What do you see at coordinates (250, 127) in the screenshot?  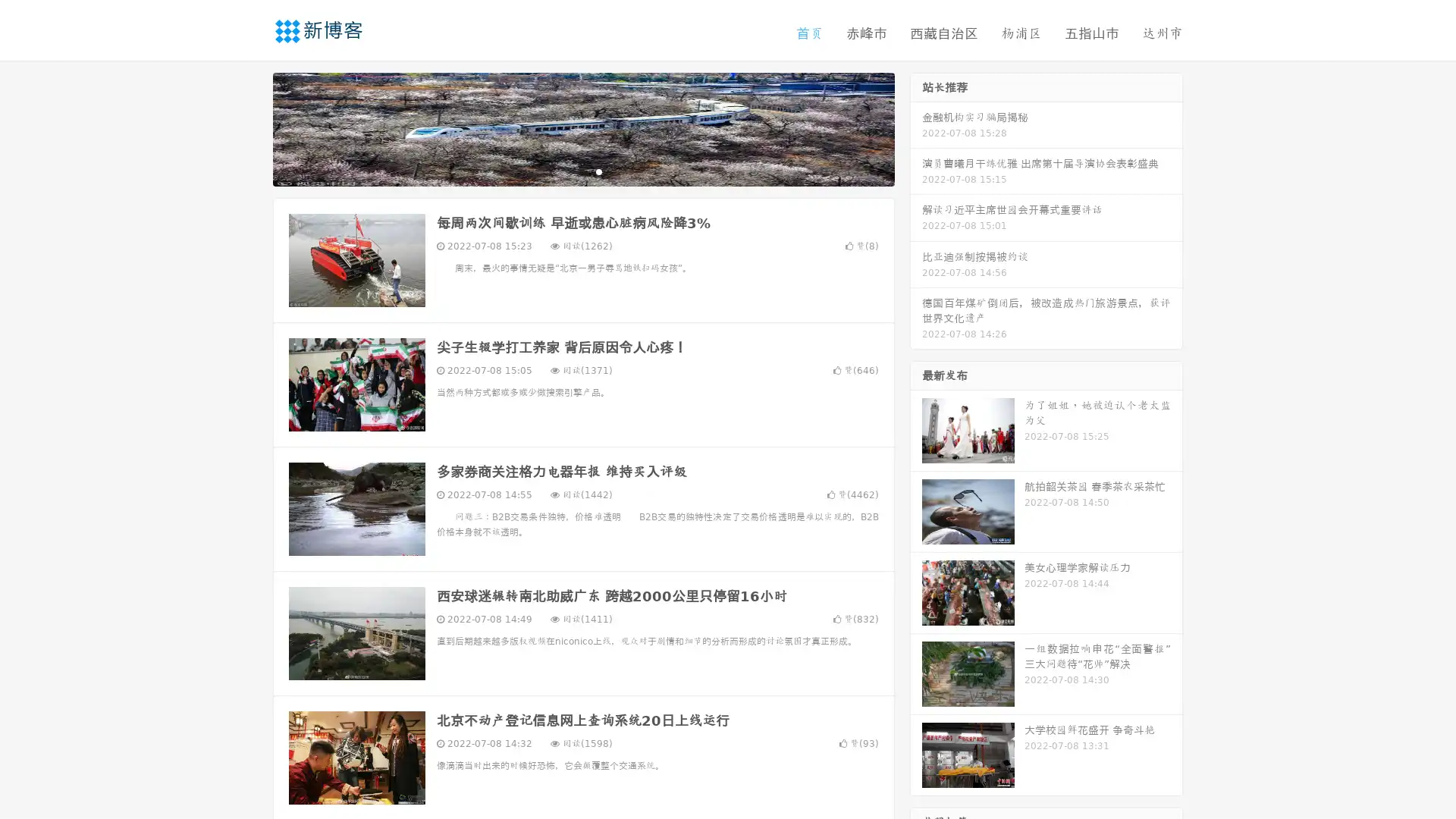 I see `Previous slide` at bounding box center [250, 127].